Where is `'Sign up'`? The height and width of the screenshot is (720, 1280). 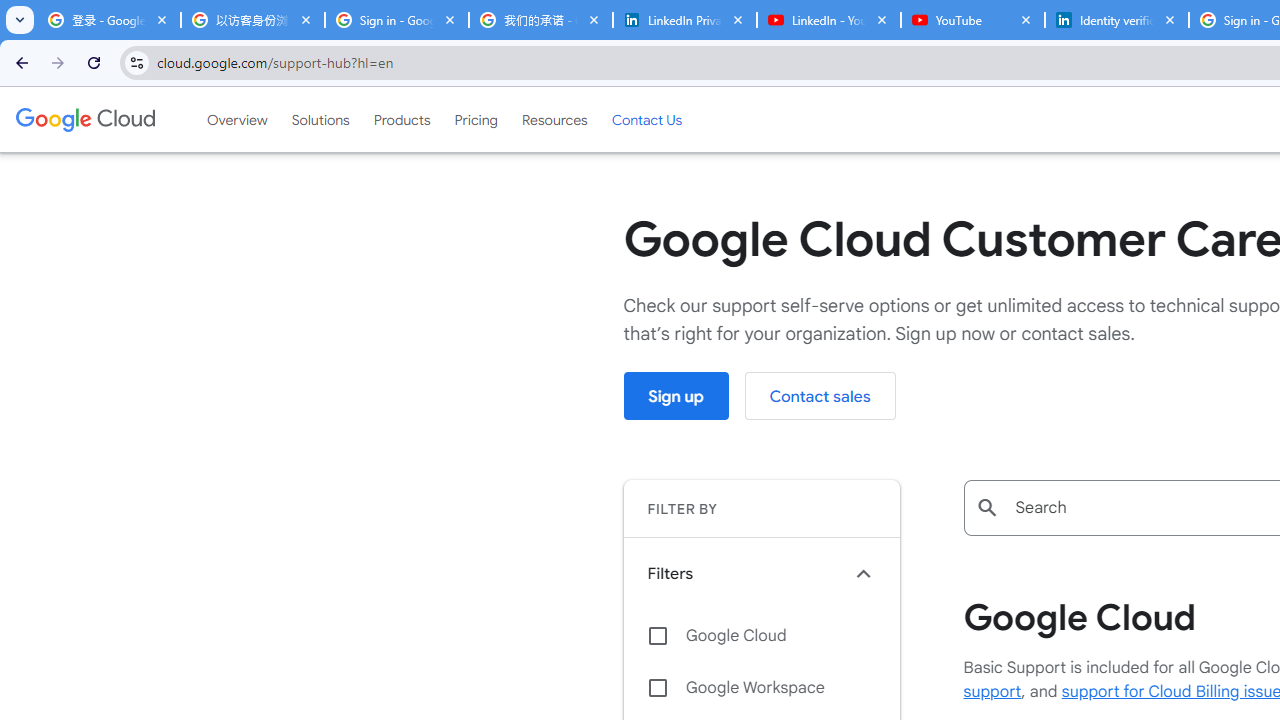
'Sign up' is located at coordinates (676, 396).